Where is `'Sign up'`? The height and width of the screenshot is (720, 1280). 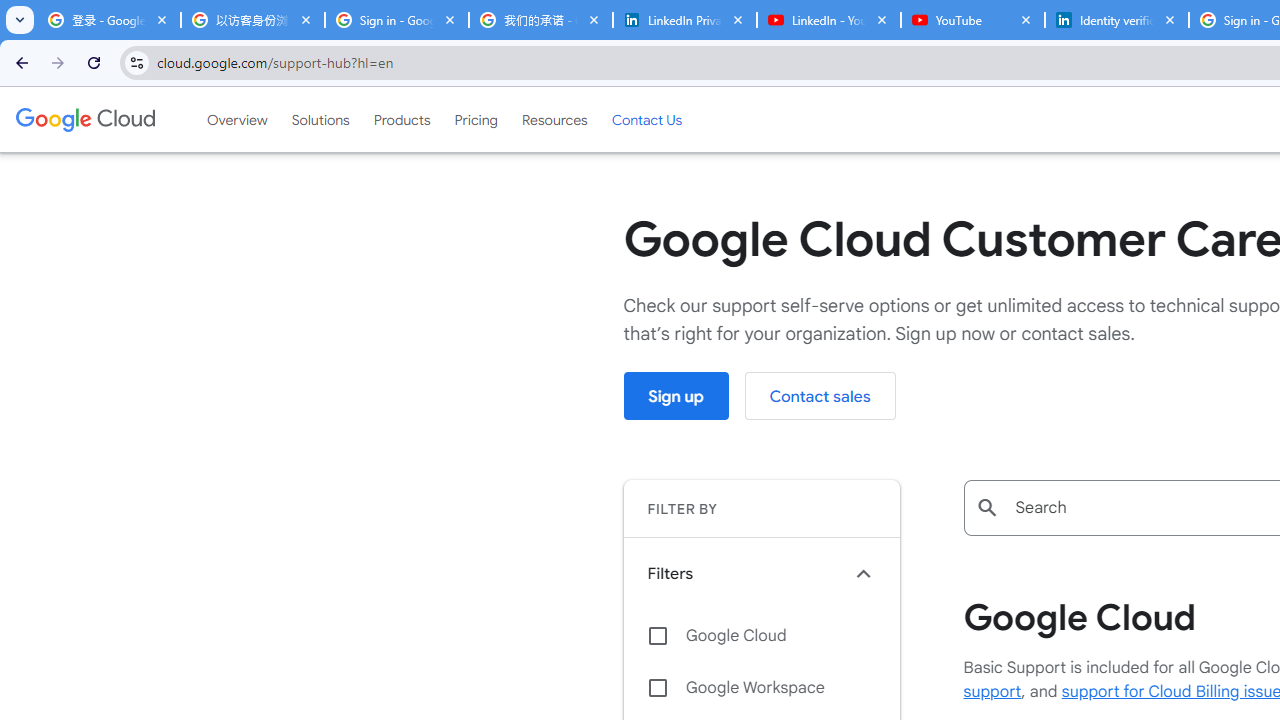
'Sign up' is located at coordinates (676, 396).